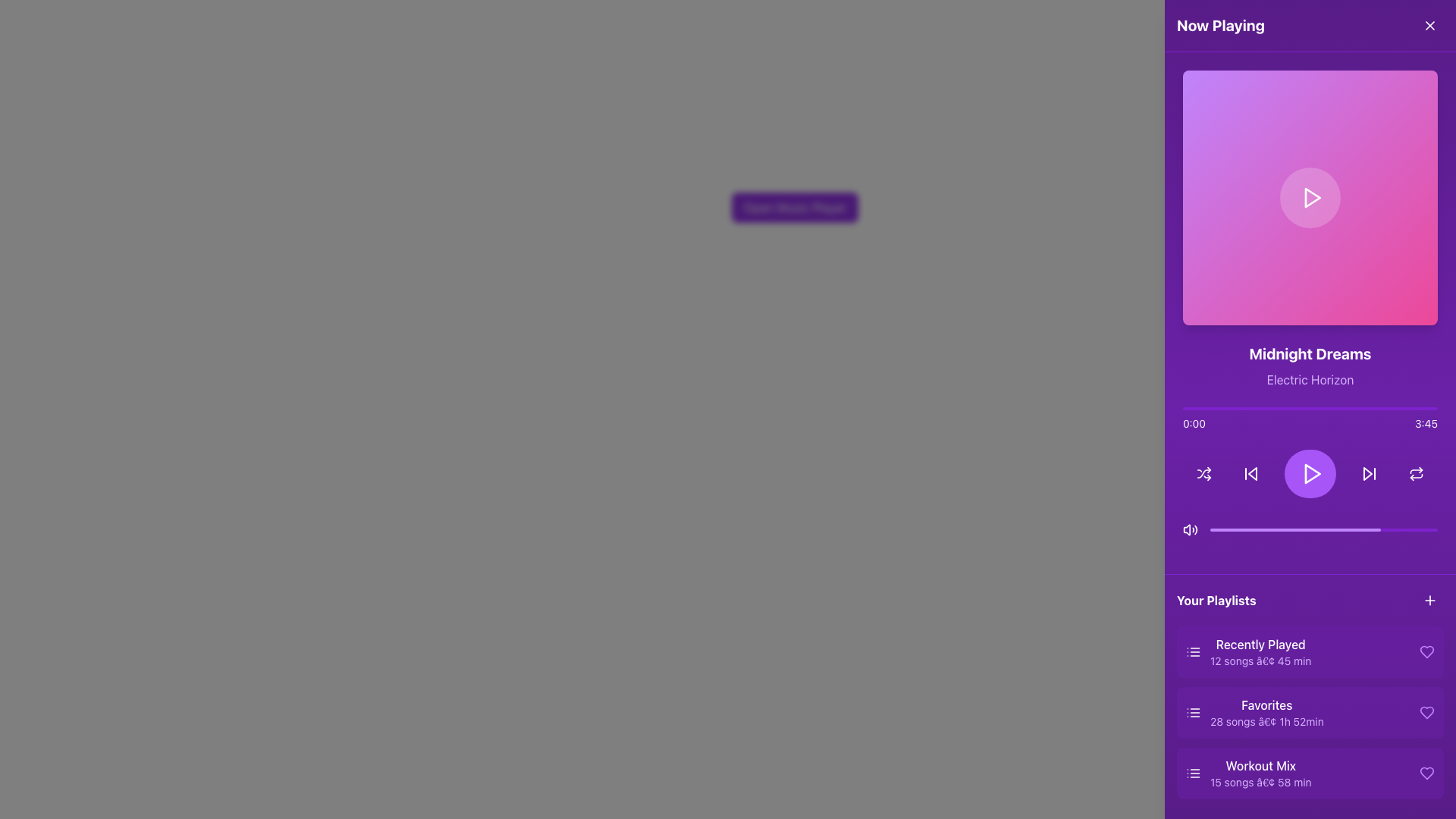 This screenshot has width=1456, height=819. What do you see at coordinates (1368, 472) in the screenshot?
I see `the forward button, which is a right-pointing triangle icon located in the bottom center-right section of the media player interface, to skip to the next track` at bounding box center [1368, 472].